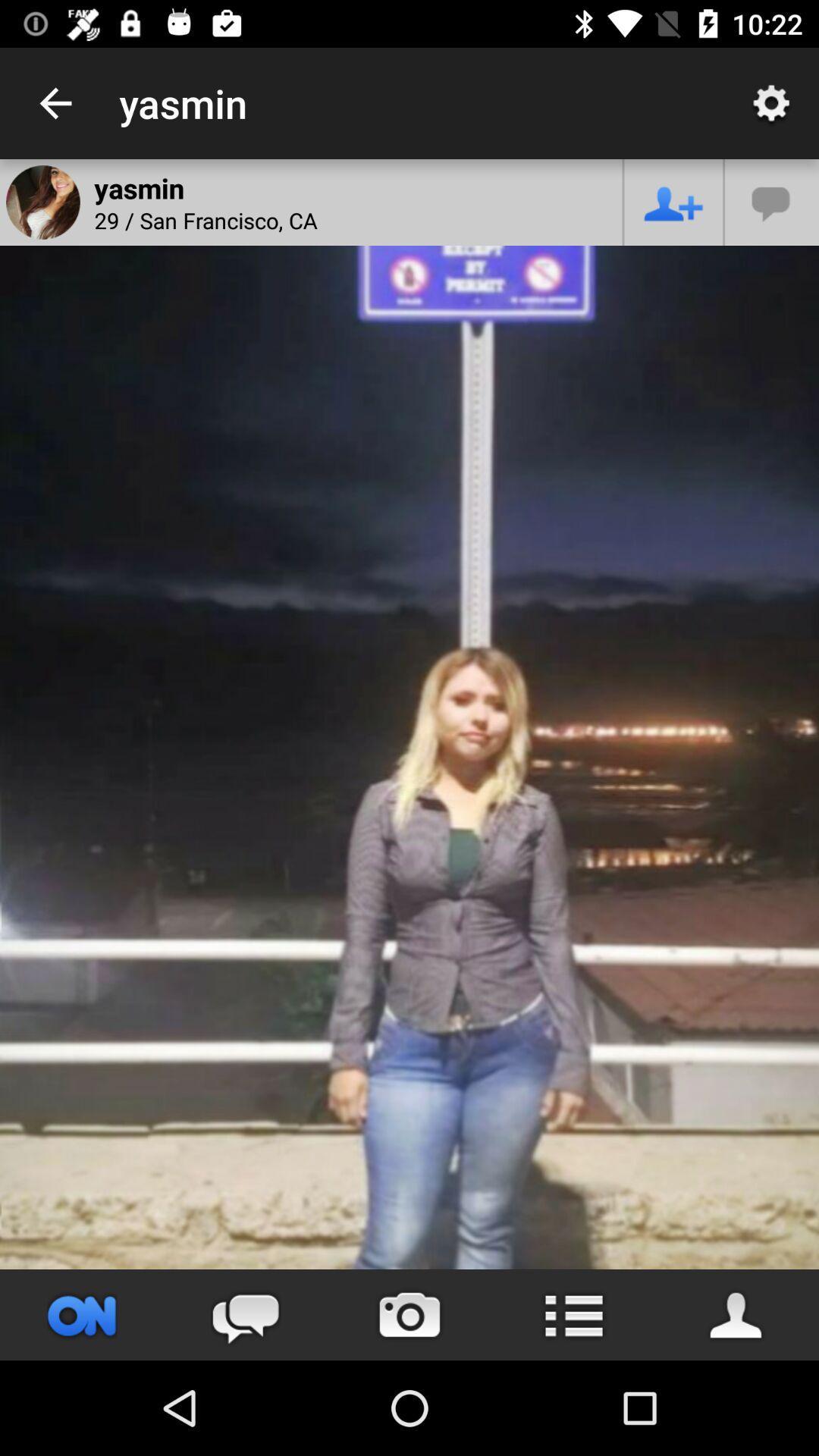 The width and height of the screenshot is (819, 1456). I want to click on the app next to yasmin icon, so click(55, 102).